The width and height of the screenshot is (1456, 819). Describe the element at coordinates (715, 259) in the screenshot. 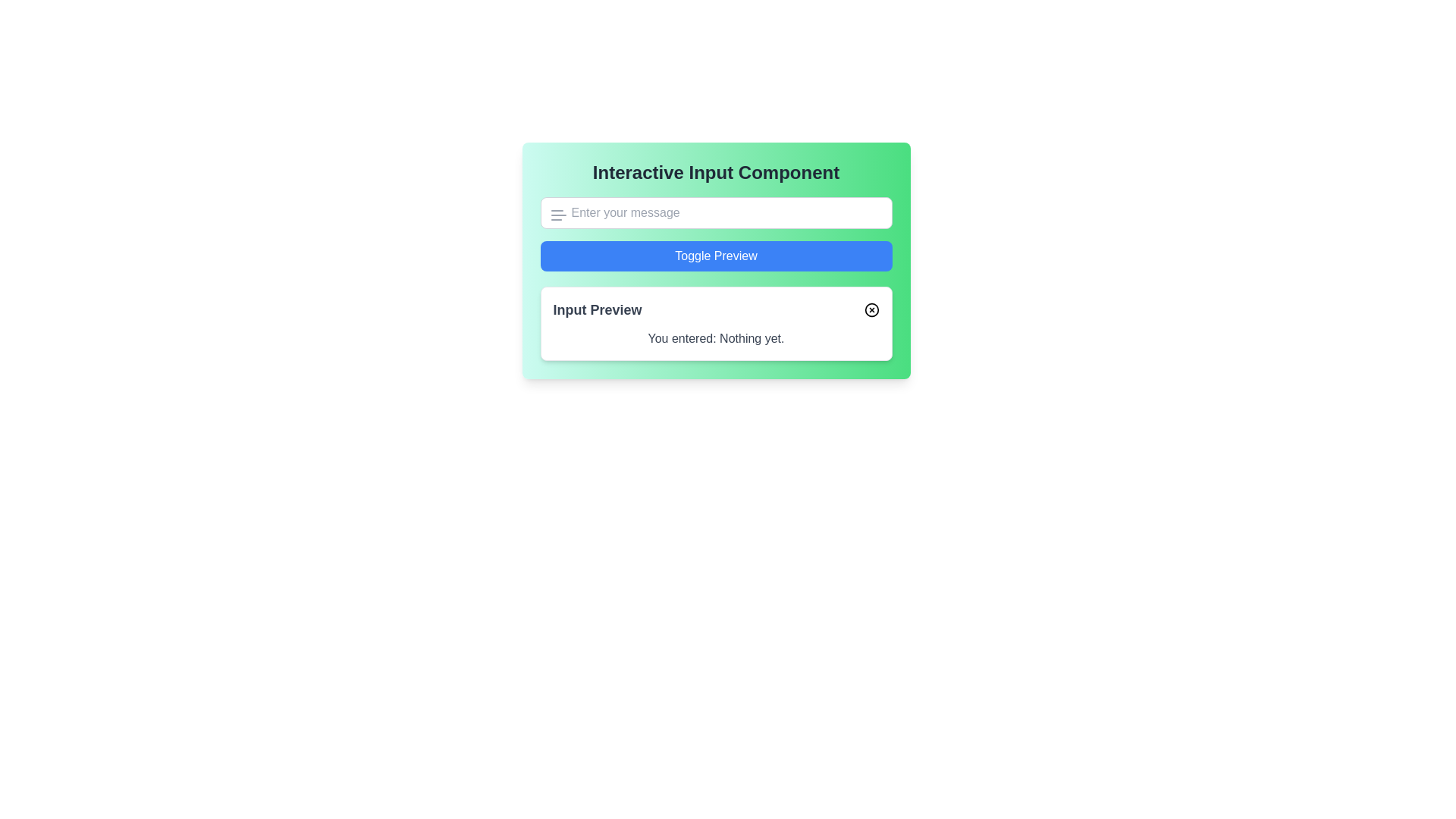

I see `the button that toggles the visibility of the preview component` at that location.